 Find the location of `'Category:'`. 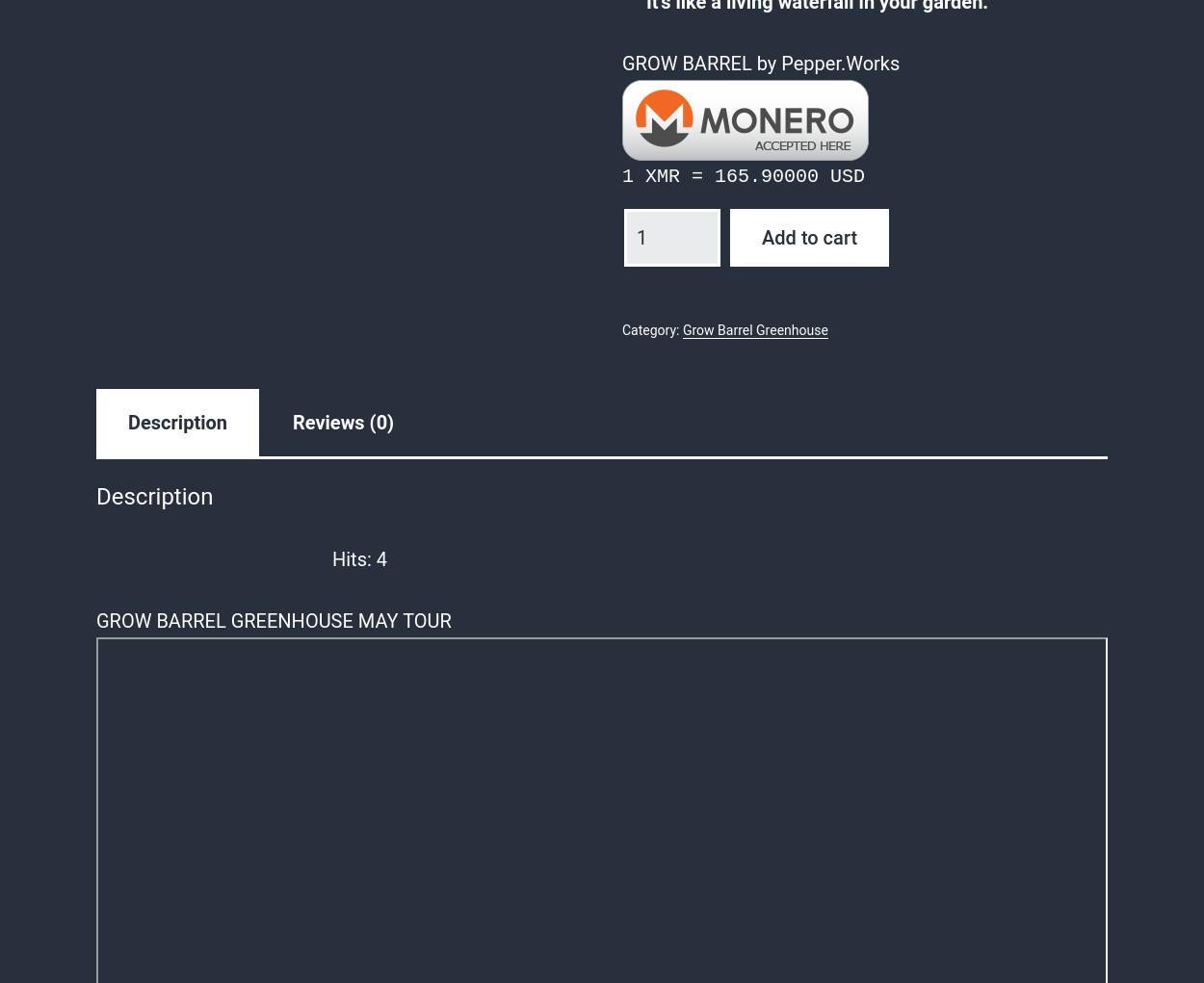

'Category:' is located at coordinates (652, 328).